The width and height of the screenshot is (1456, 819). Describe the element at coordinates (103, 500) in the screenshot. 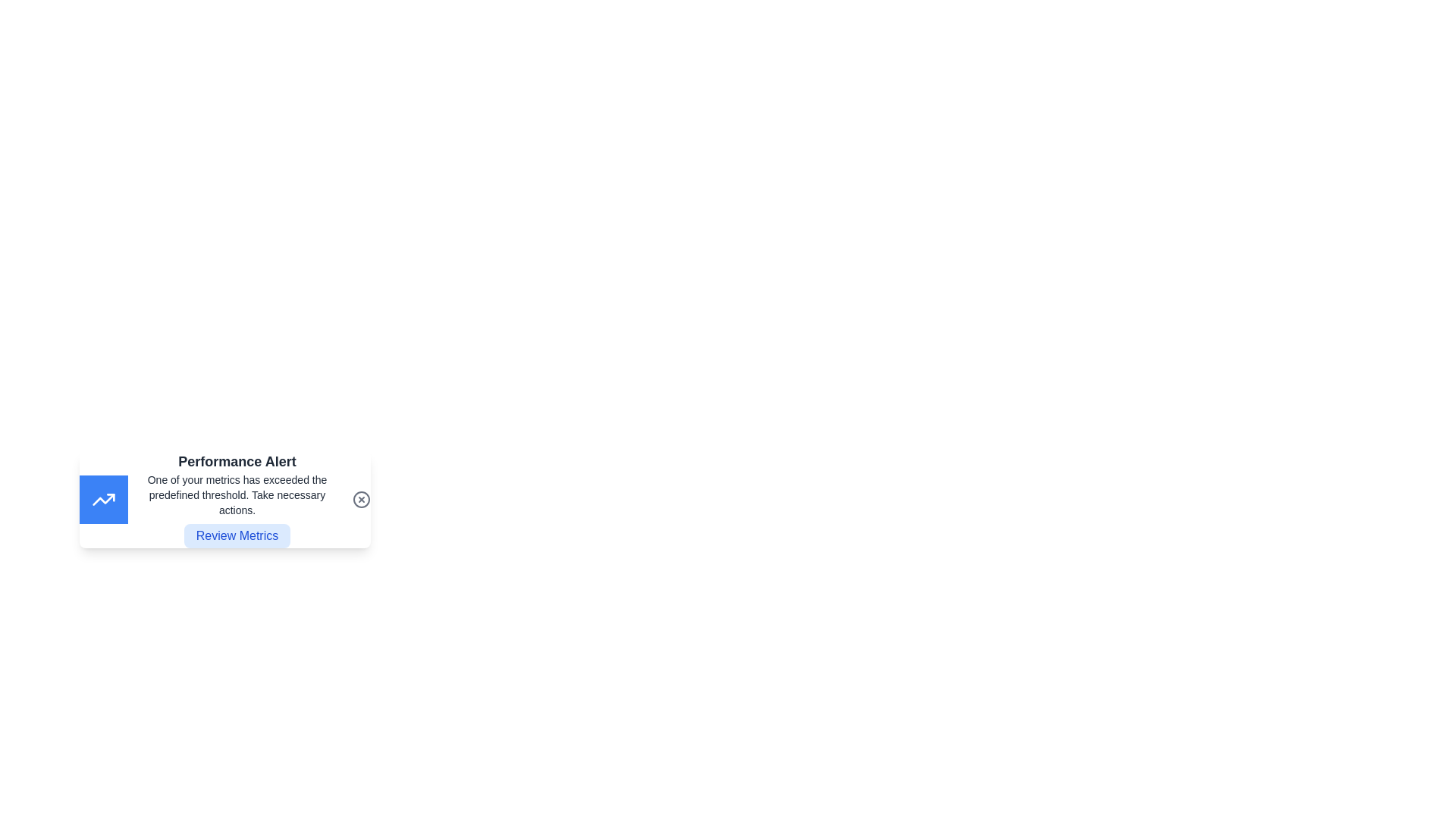

I see `the alert icon to inspect its details` at that location.